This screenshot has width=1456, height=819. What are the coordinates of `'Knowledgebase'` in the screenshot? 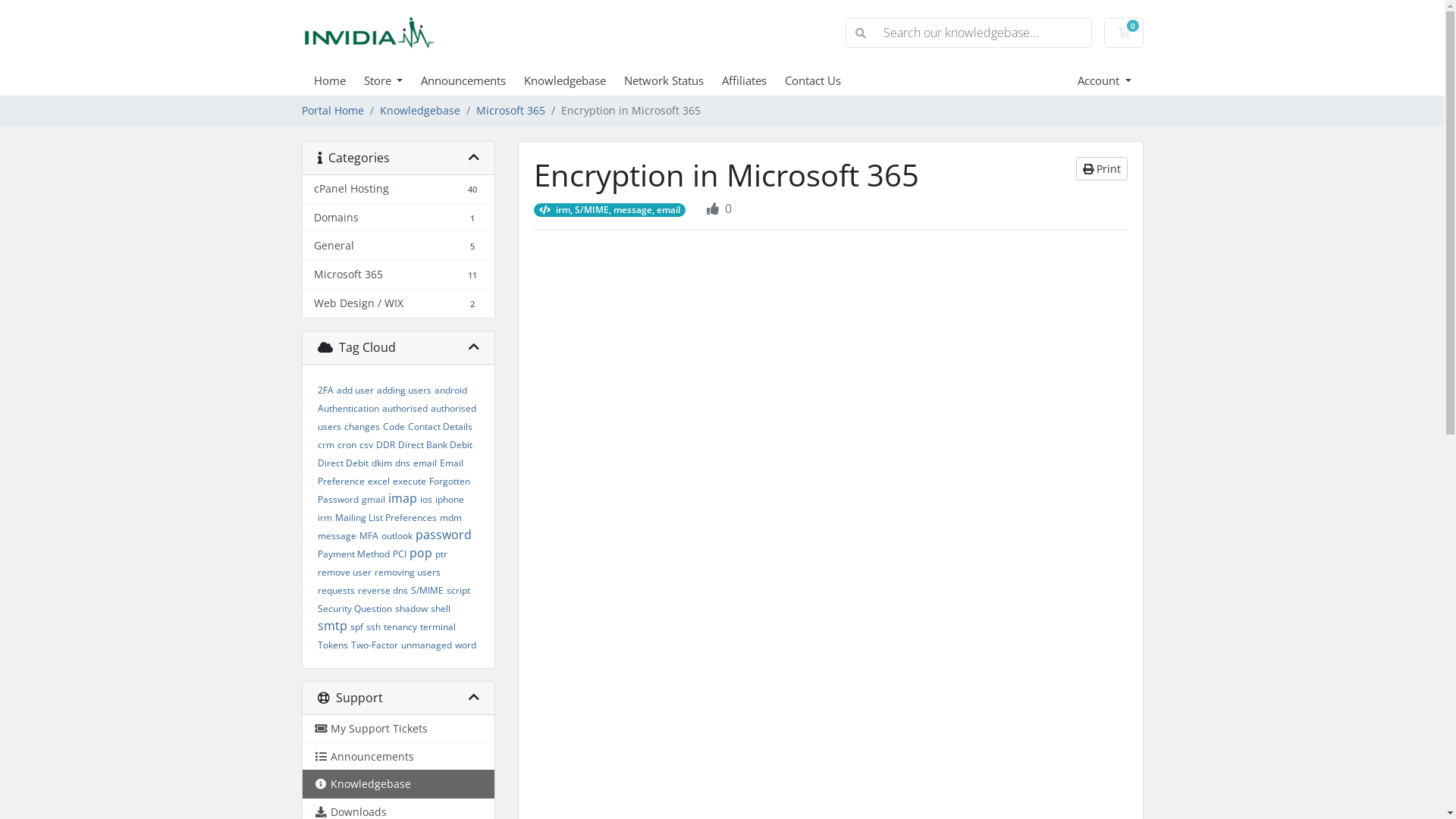 It's located at (419, 110).